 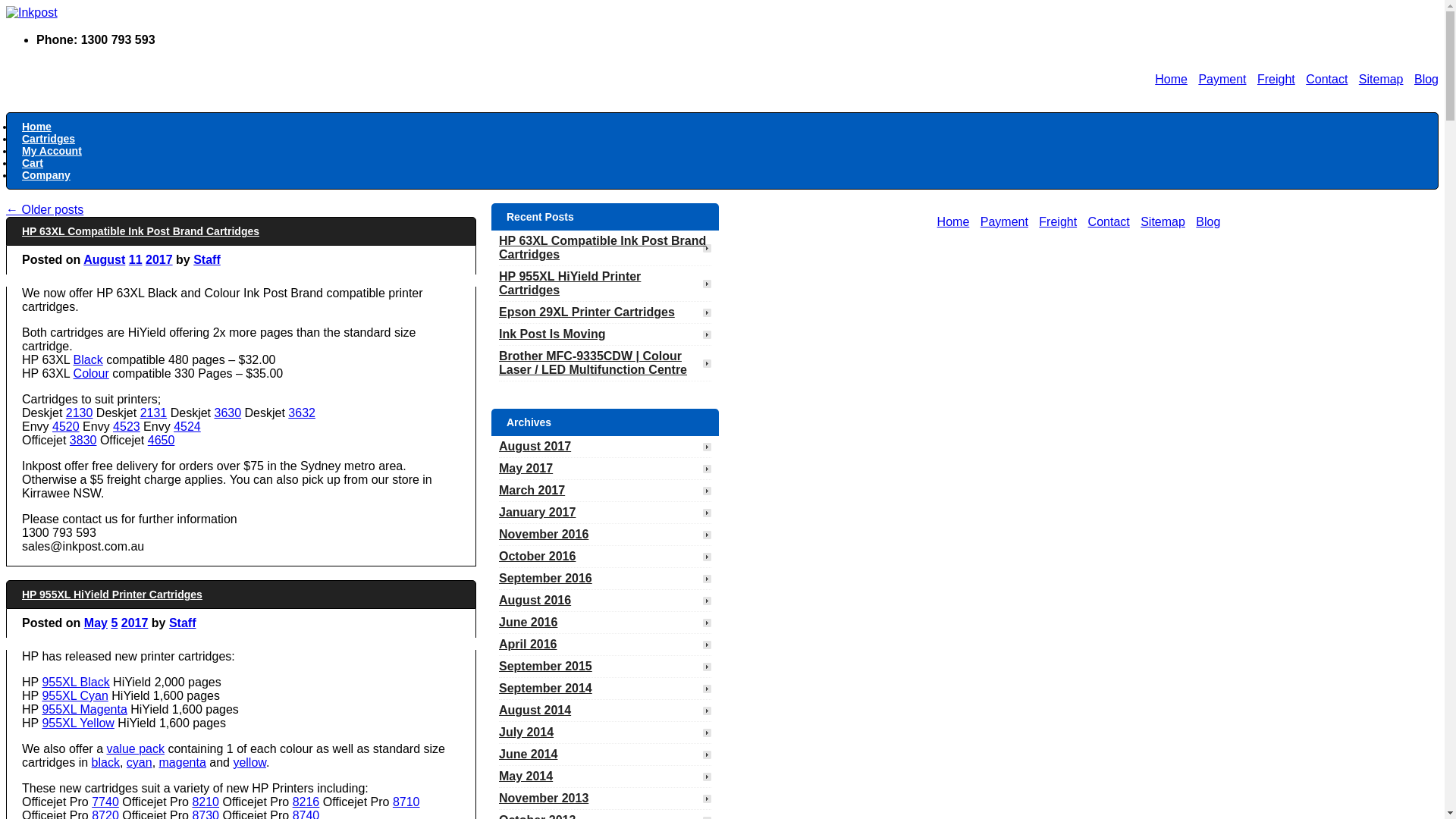 What do you see at coordinates (544, 556) in the screenshot?
I see `'October 2016'` at bounding box center [544, 556].